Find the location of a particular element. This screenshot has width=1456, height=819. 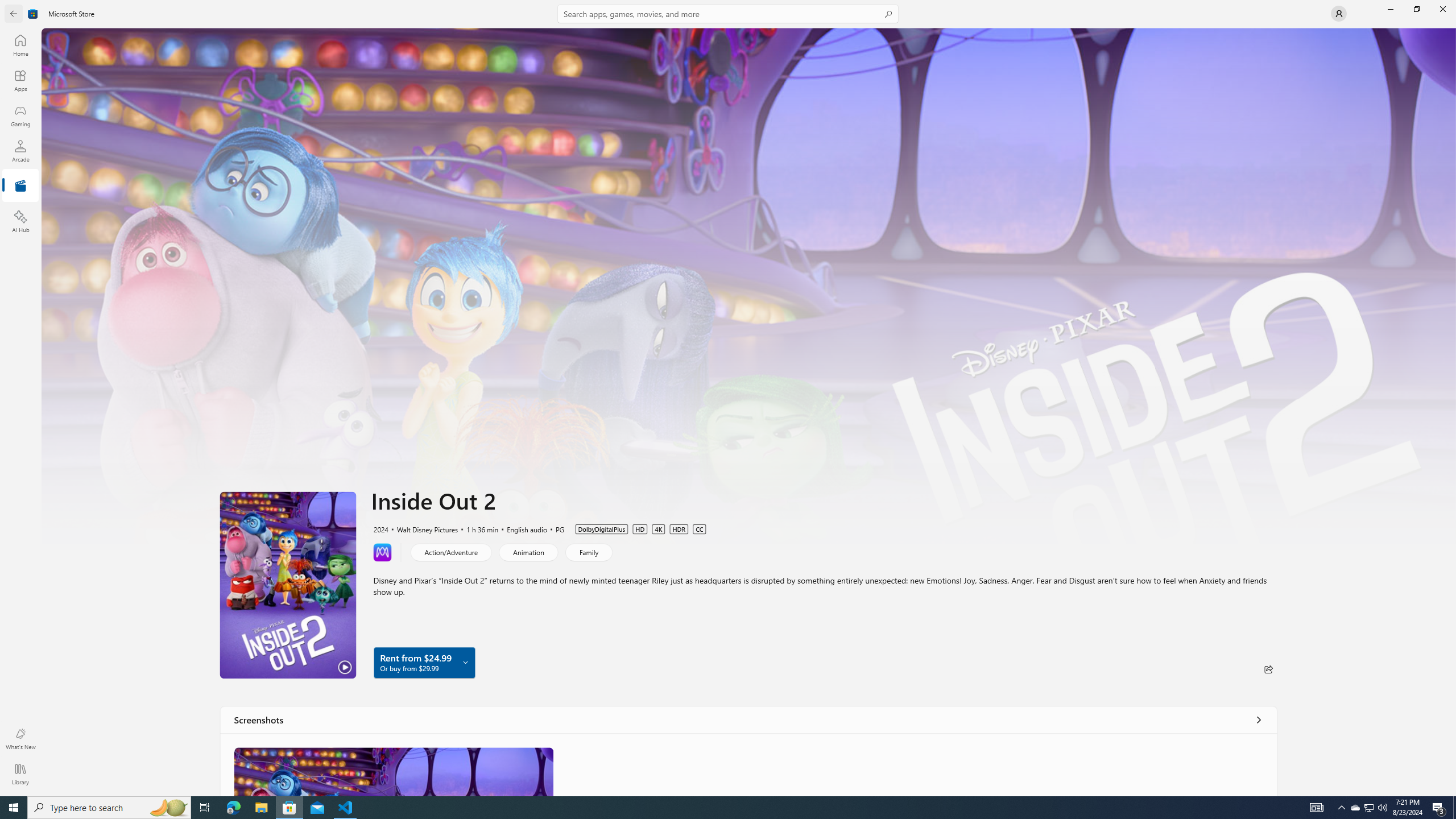

'Family' is located at coordinates (588, 551).